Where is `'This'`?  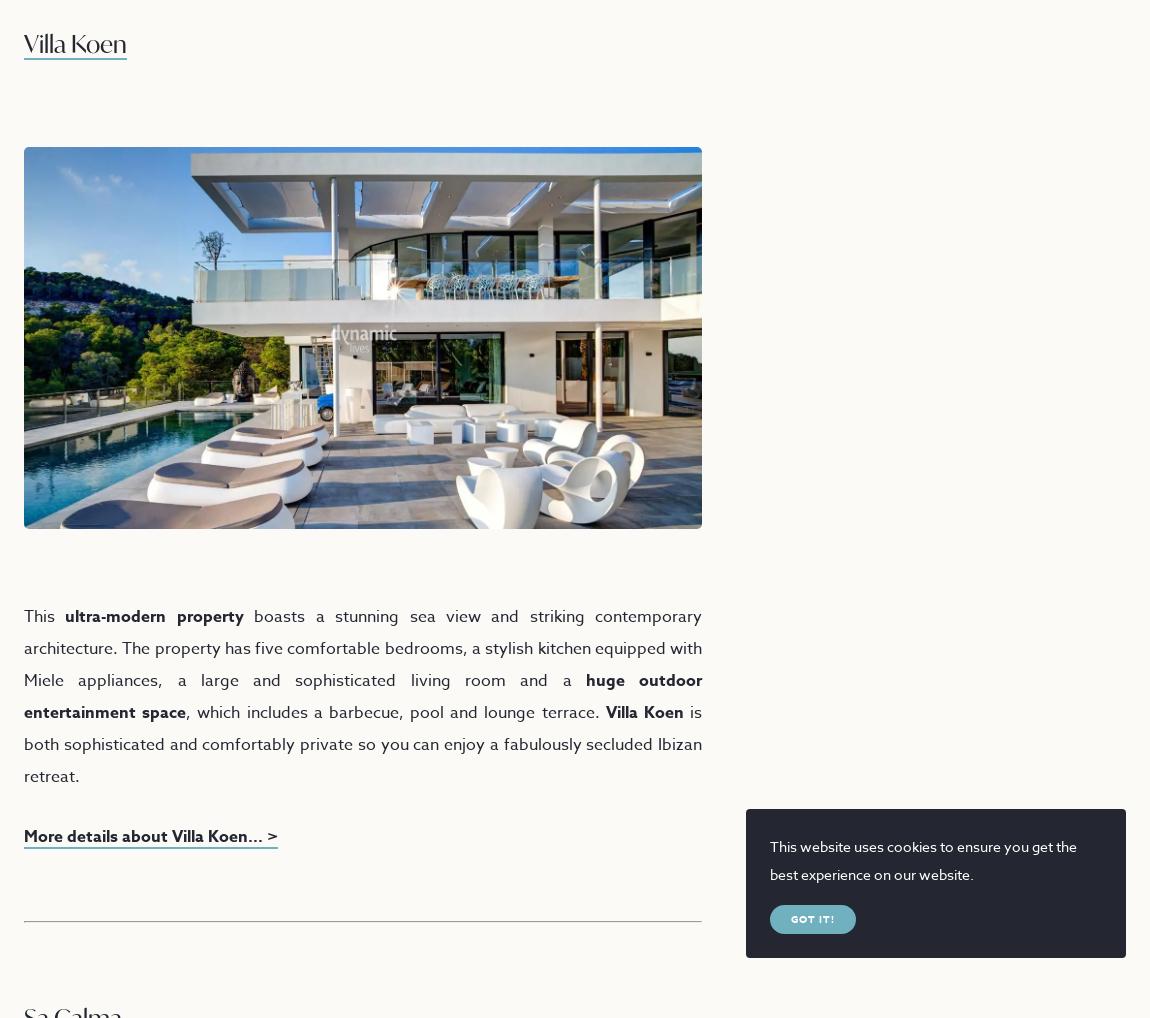 'This' is located at coordinates (23, 614).